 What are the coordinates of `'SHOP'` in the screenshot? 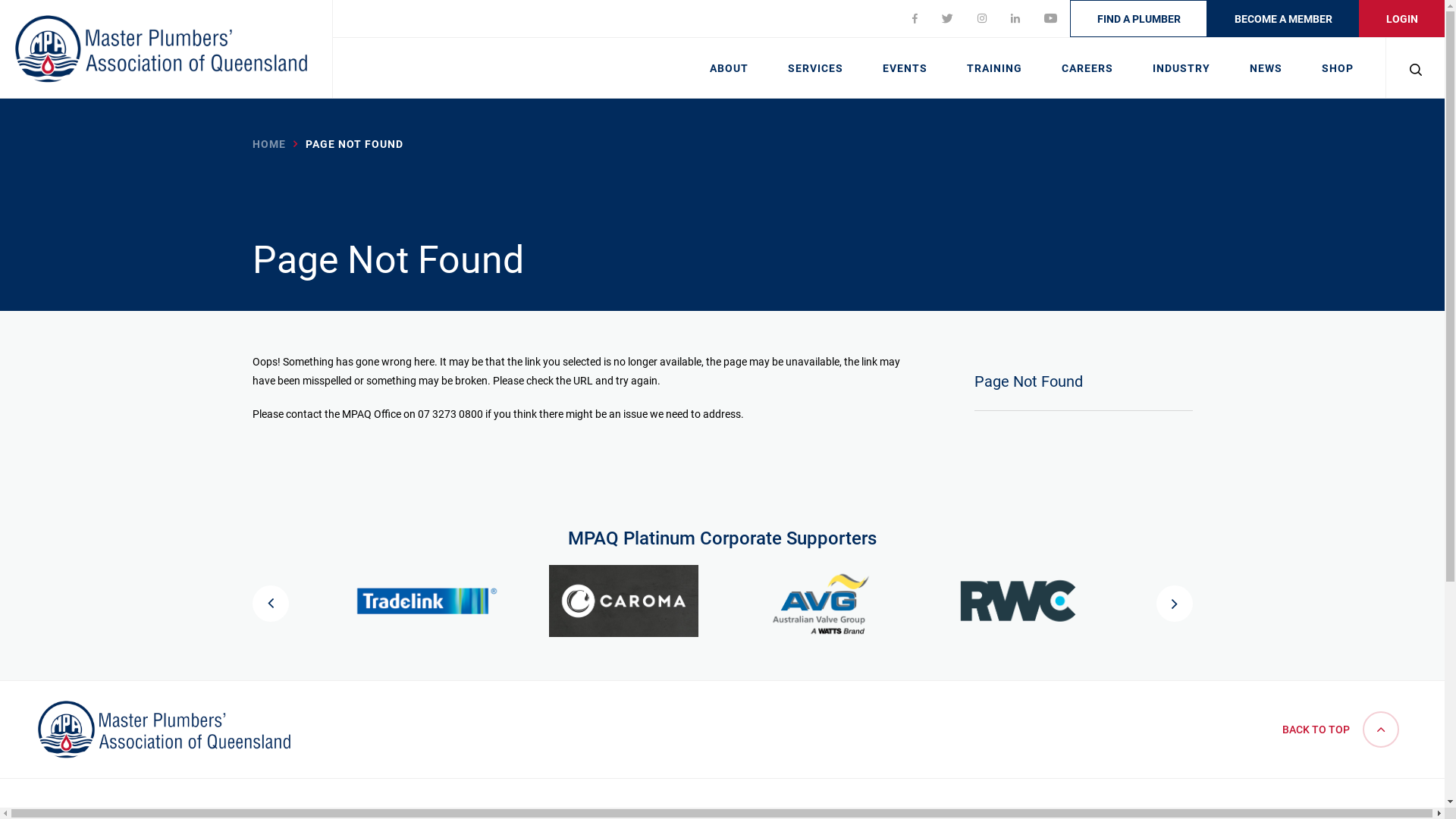 It's located at (1337, 66).